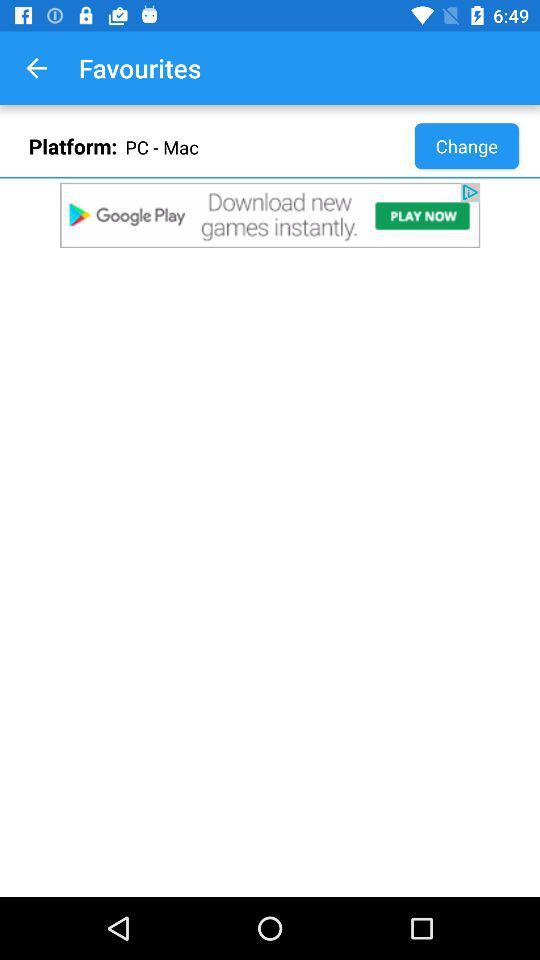 The image size is (540, 960). I want to click on click on advertisements, so click(270, 215).